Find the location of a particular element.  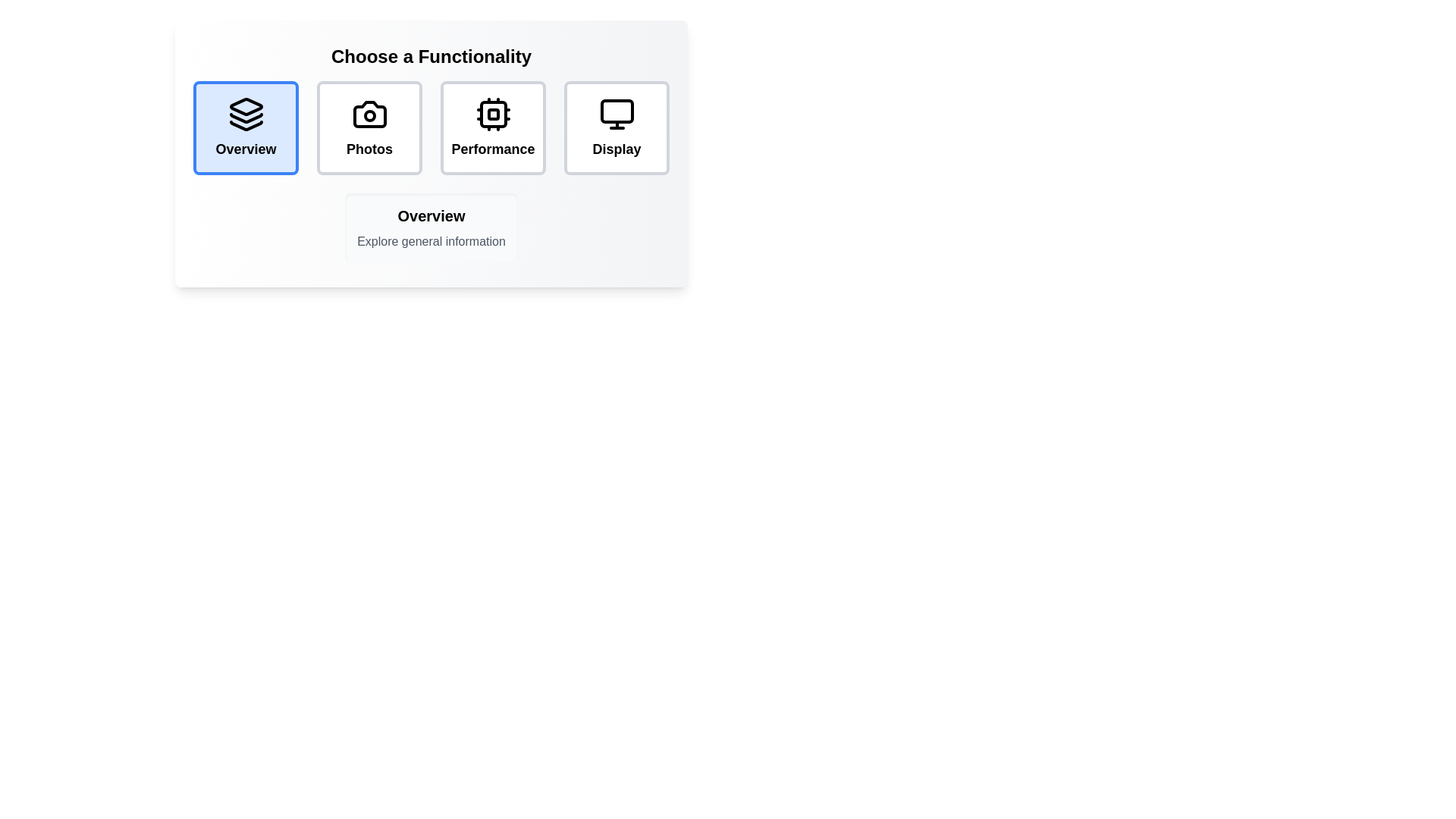

the small rectangle with rounded corners that is located inside the larger square element styled like a computer chip is located at coordinates (493, 113).